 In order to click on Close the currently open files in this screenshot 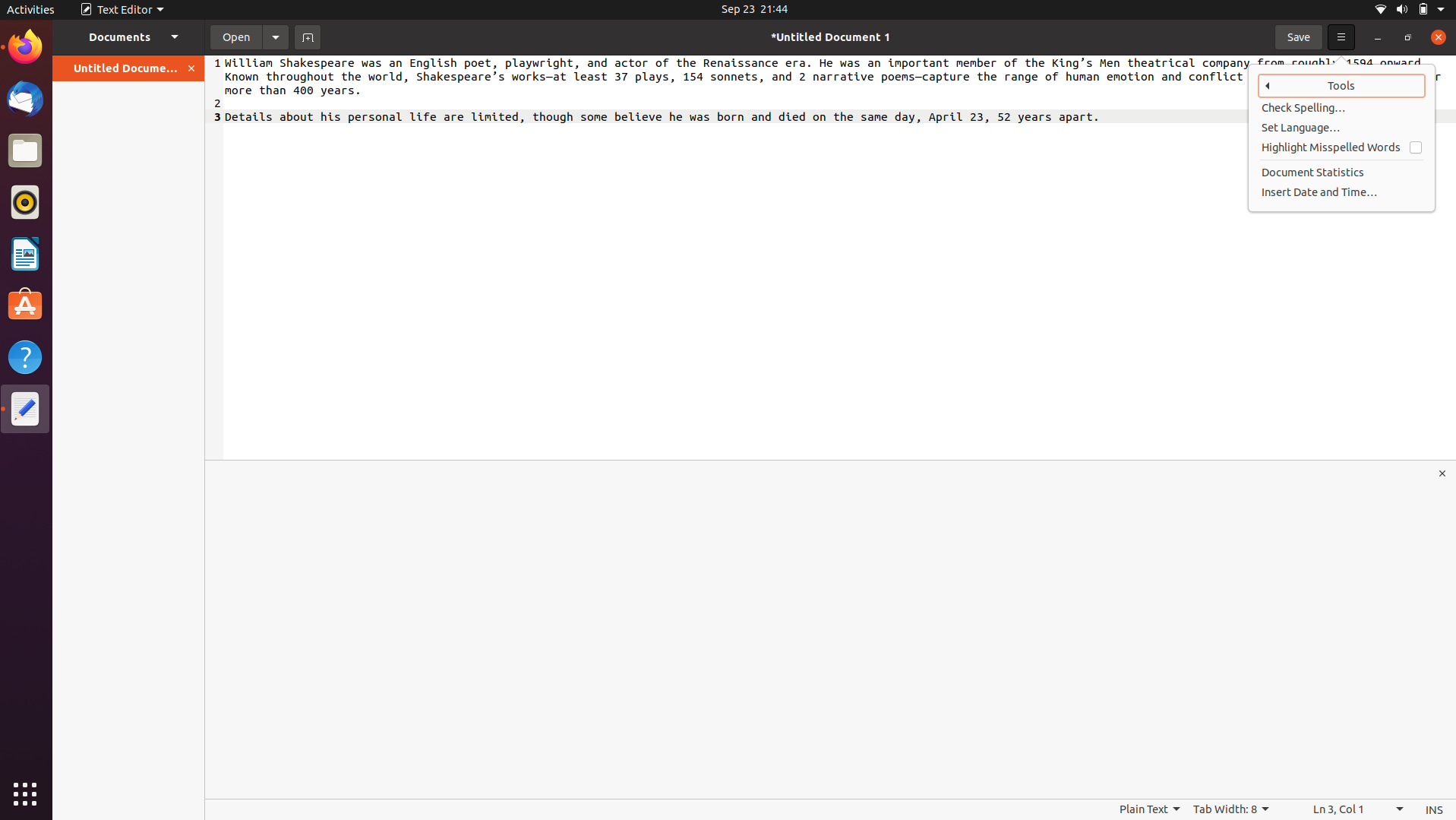, I will do `click(191, 68)`.